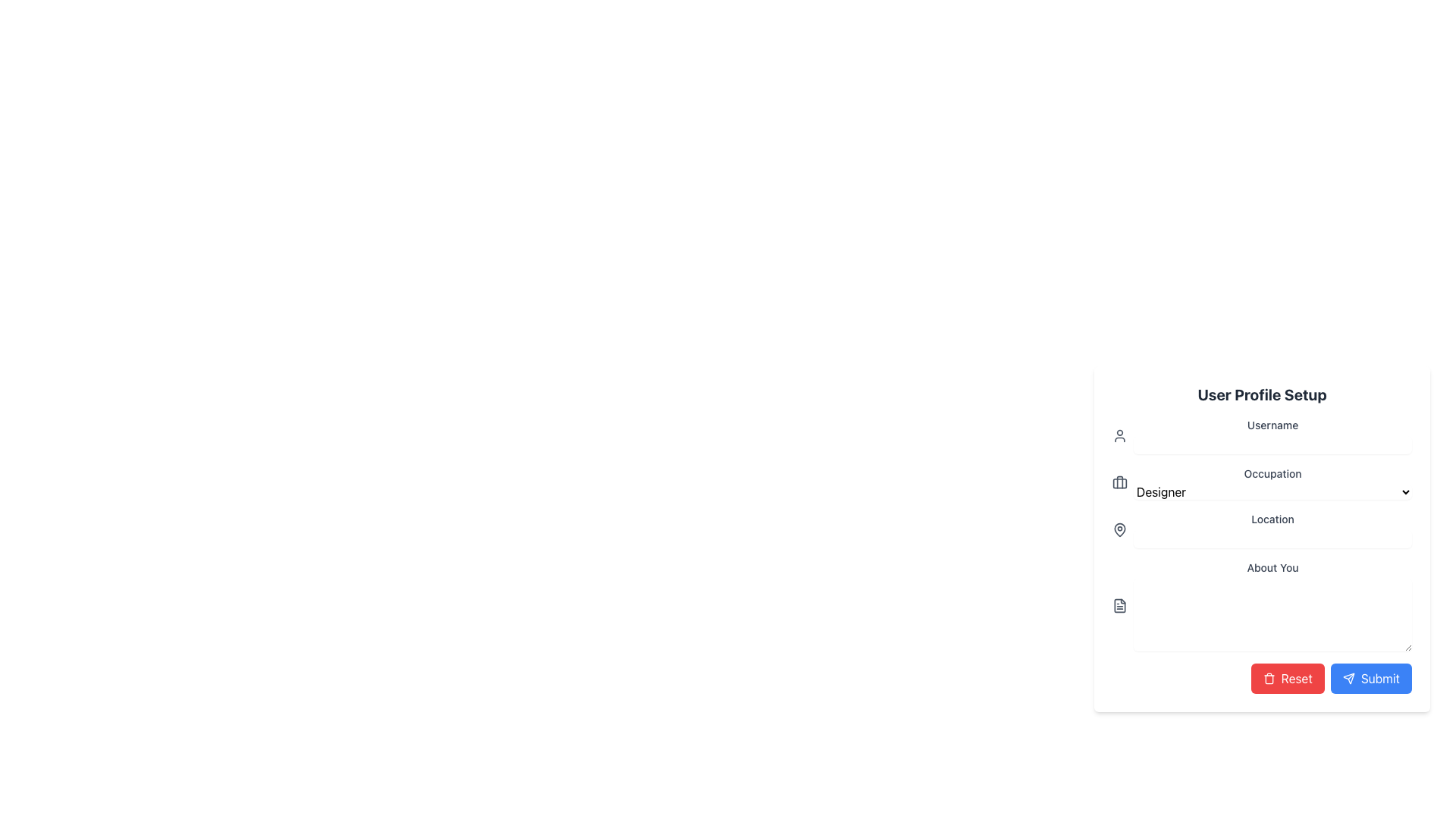 The image size is (1456, 819). Describe the element at coordinates (1272, 567) in the screenshot. I see `the 'About You' text label, which is styled in gray with a small font size, located centrally within the 'User Profile Setup' form, positioned below the 'Location' dropdown and above a text area input field` at that location.